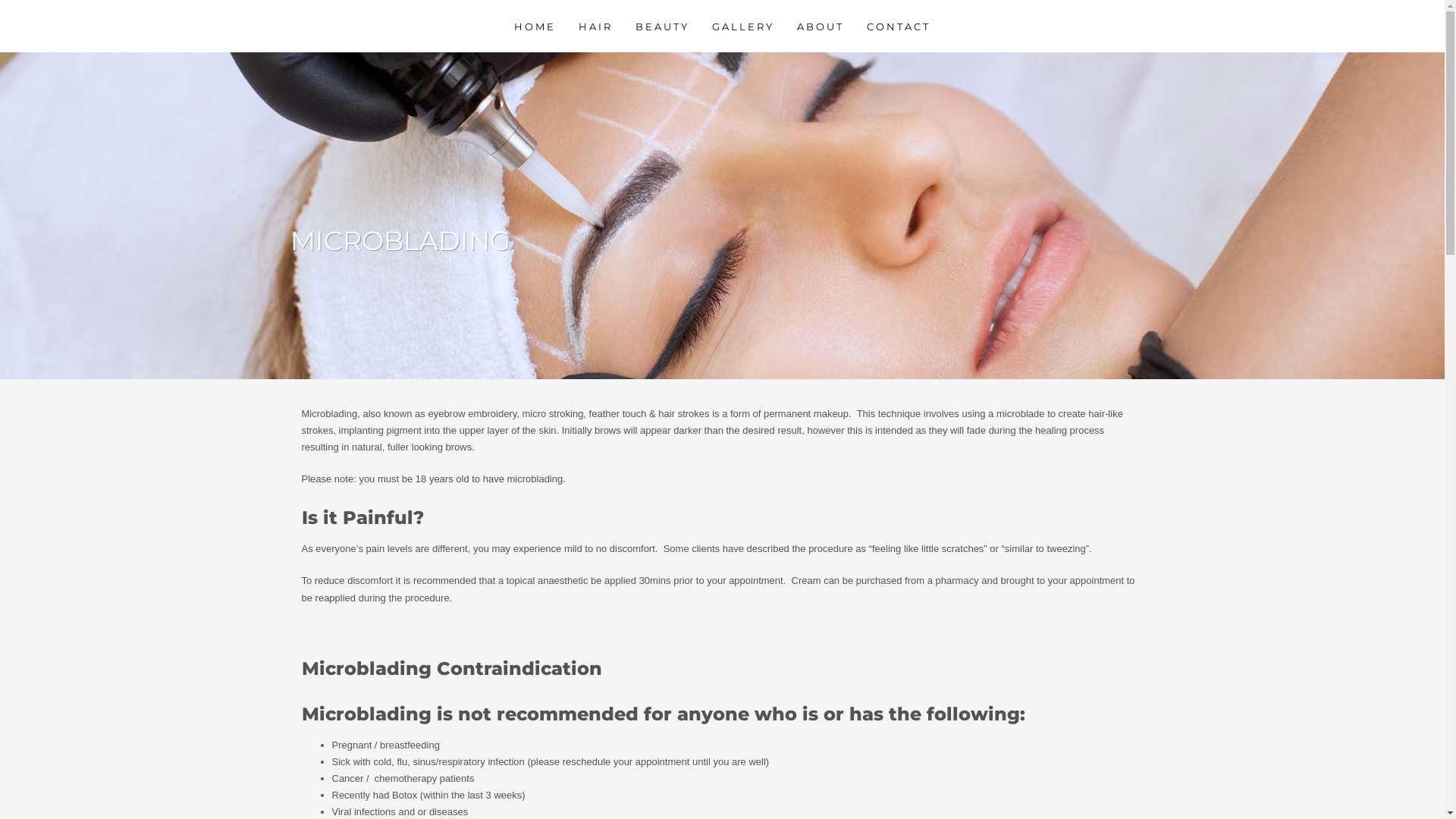  Describe the element at coordinates (505, 26) in the screenshot. I see `'HOME'` at that location.